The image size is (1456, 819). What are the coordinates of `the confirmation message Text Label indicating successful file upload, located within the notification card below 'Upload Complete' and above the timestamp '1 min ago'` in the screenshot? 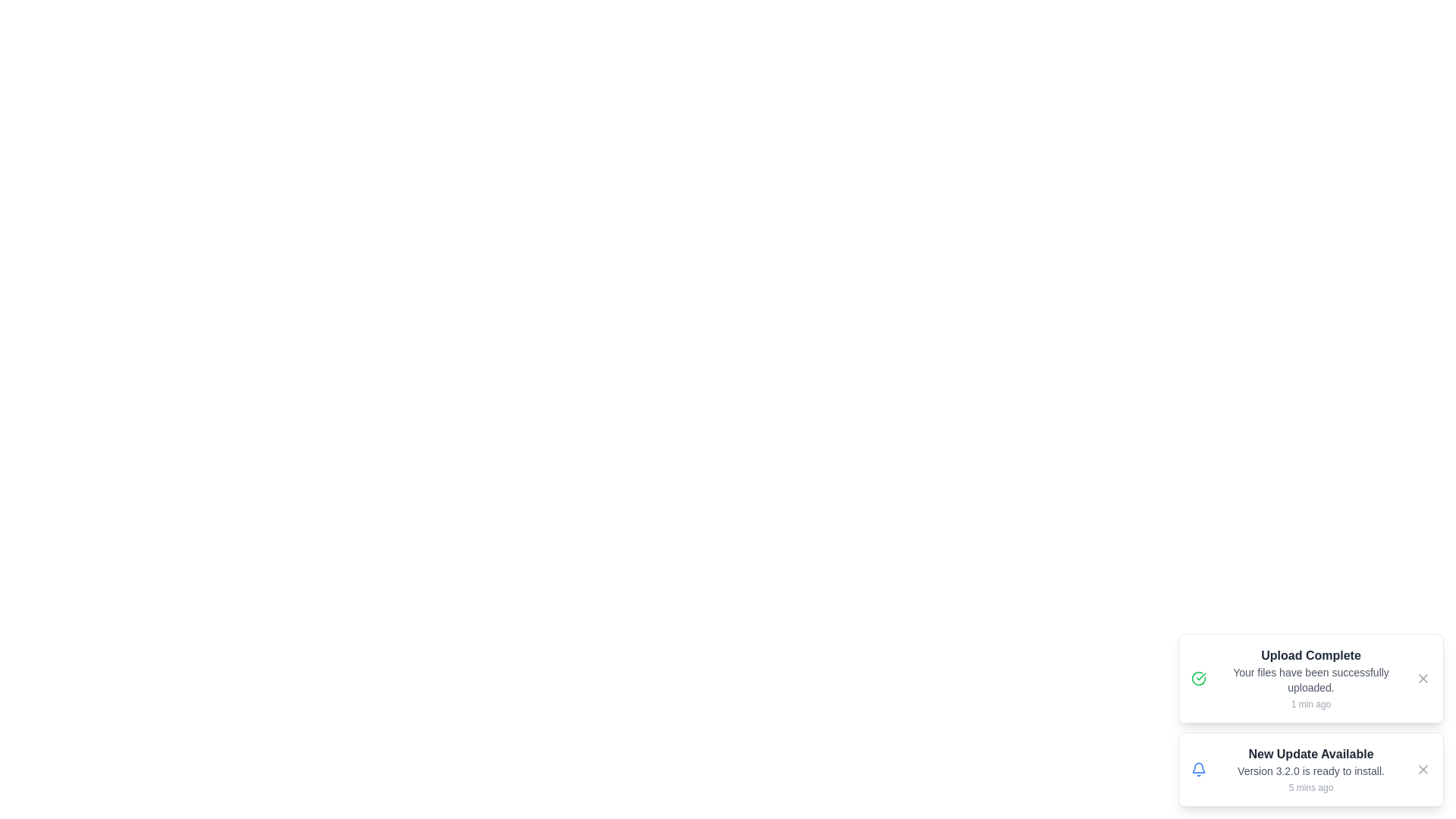 It's located at (1310, 679).